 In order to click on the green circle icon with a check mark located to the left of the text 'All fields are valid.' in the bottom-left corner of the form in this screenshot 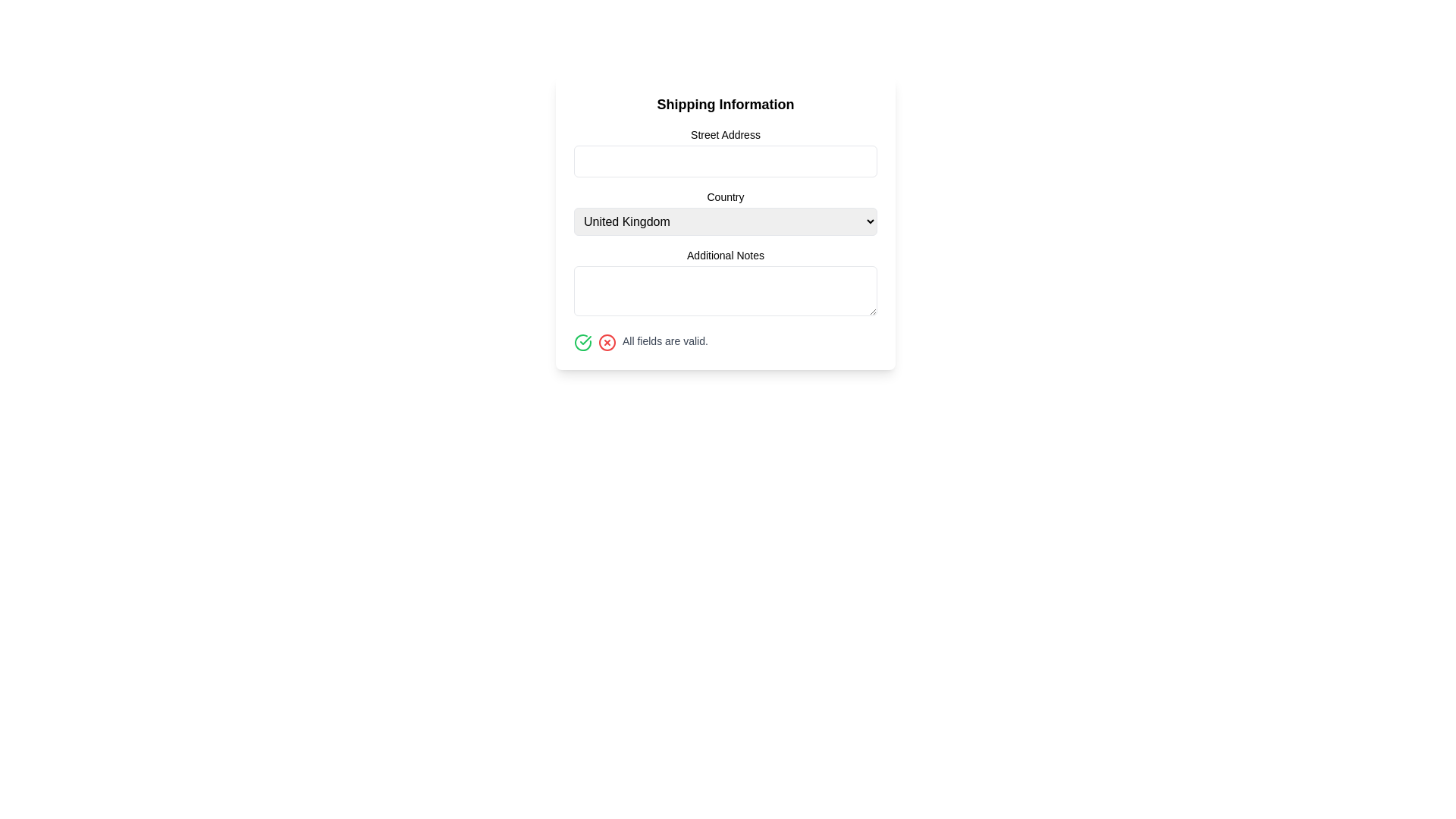, I will do `click(582, 342)`.